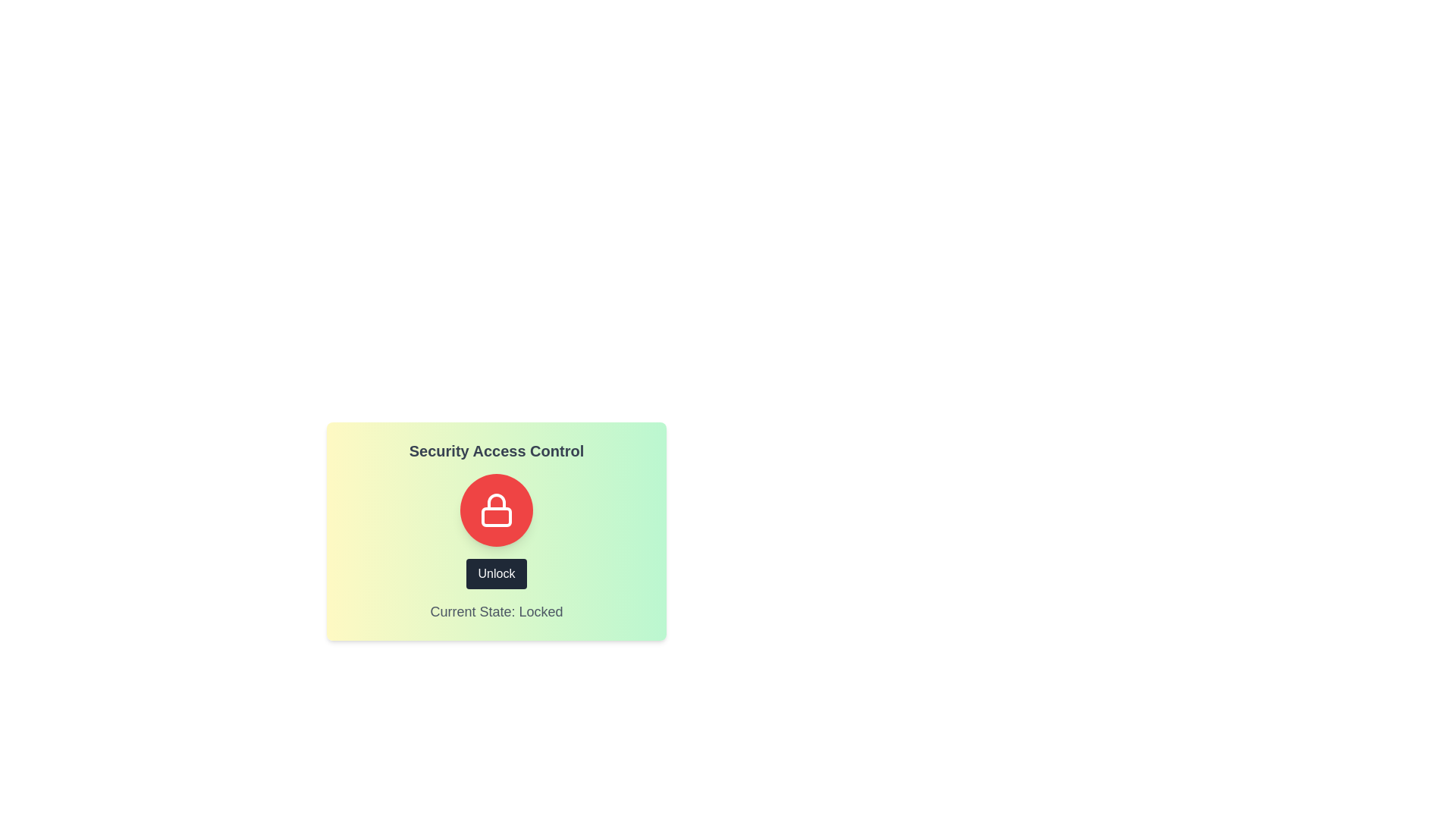  I want to click on Unlock button to toggle the lock state, so click(496, 573).